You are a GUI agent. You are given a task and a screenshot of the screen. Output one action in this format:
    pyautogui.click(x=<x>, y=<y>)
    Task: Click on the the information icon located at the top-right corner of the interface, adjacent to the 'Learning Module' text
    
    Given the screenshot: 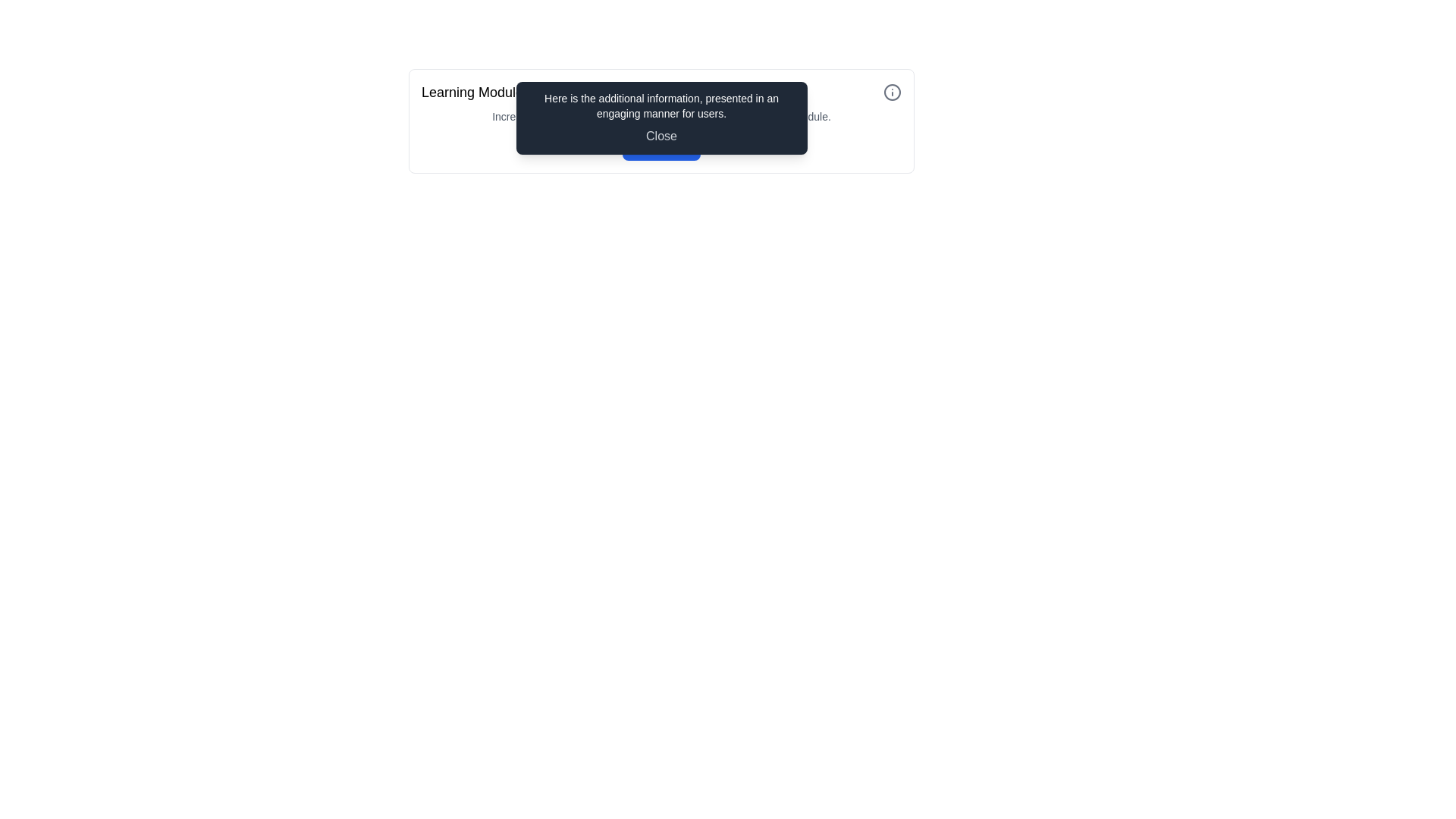 What is the action you would take?
    pyautogui.click(x=892, y=93)
    